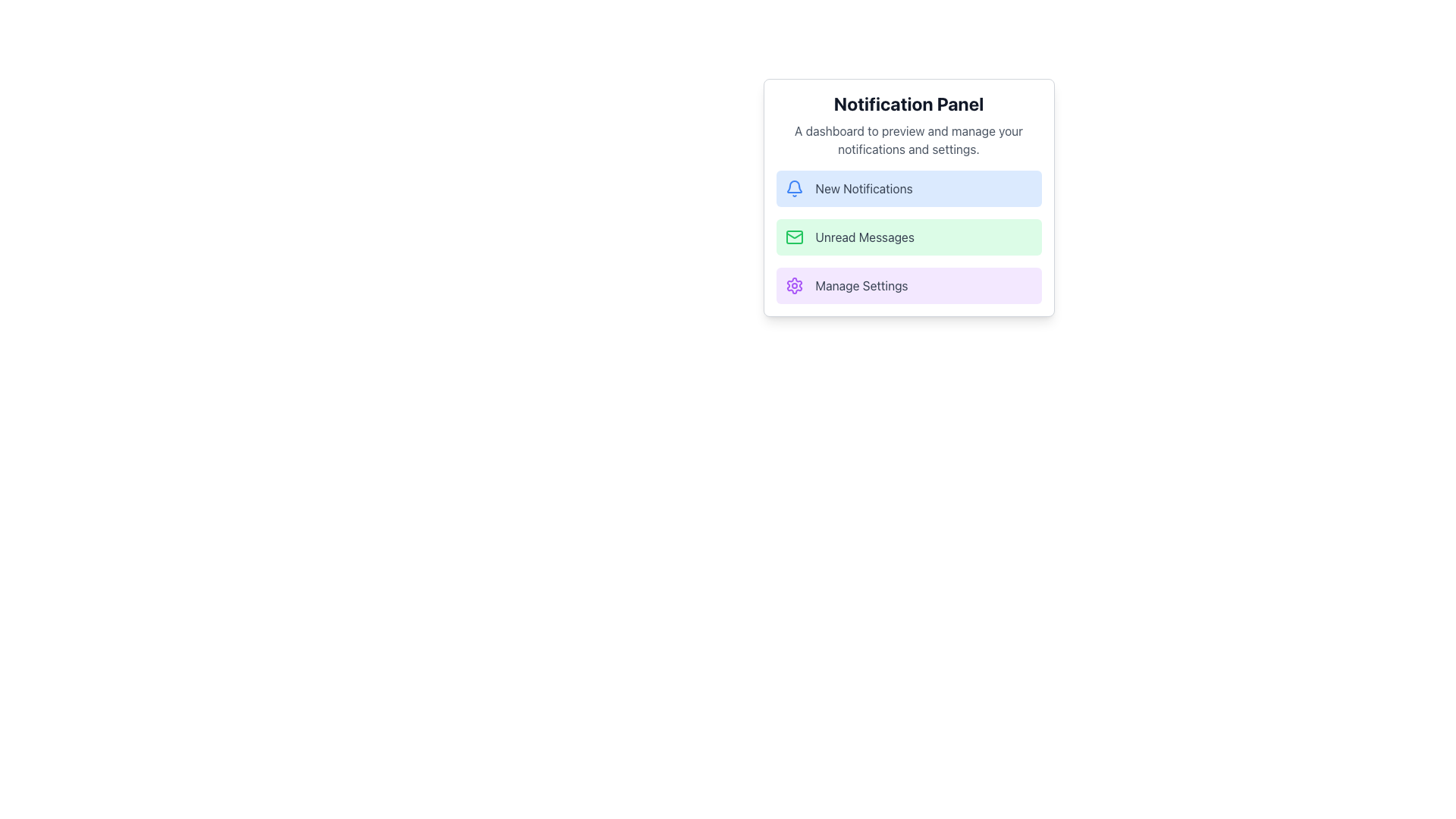 The image size is (1456, 819). Describe the element at coordinates (793, 237) in the screenshot. I see `the 'Unread Messages' icon, which is located to the left of the text in the green-highlighted section of the notification panel` at that location.